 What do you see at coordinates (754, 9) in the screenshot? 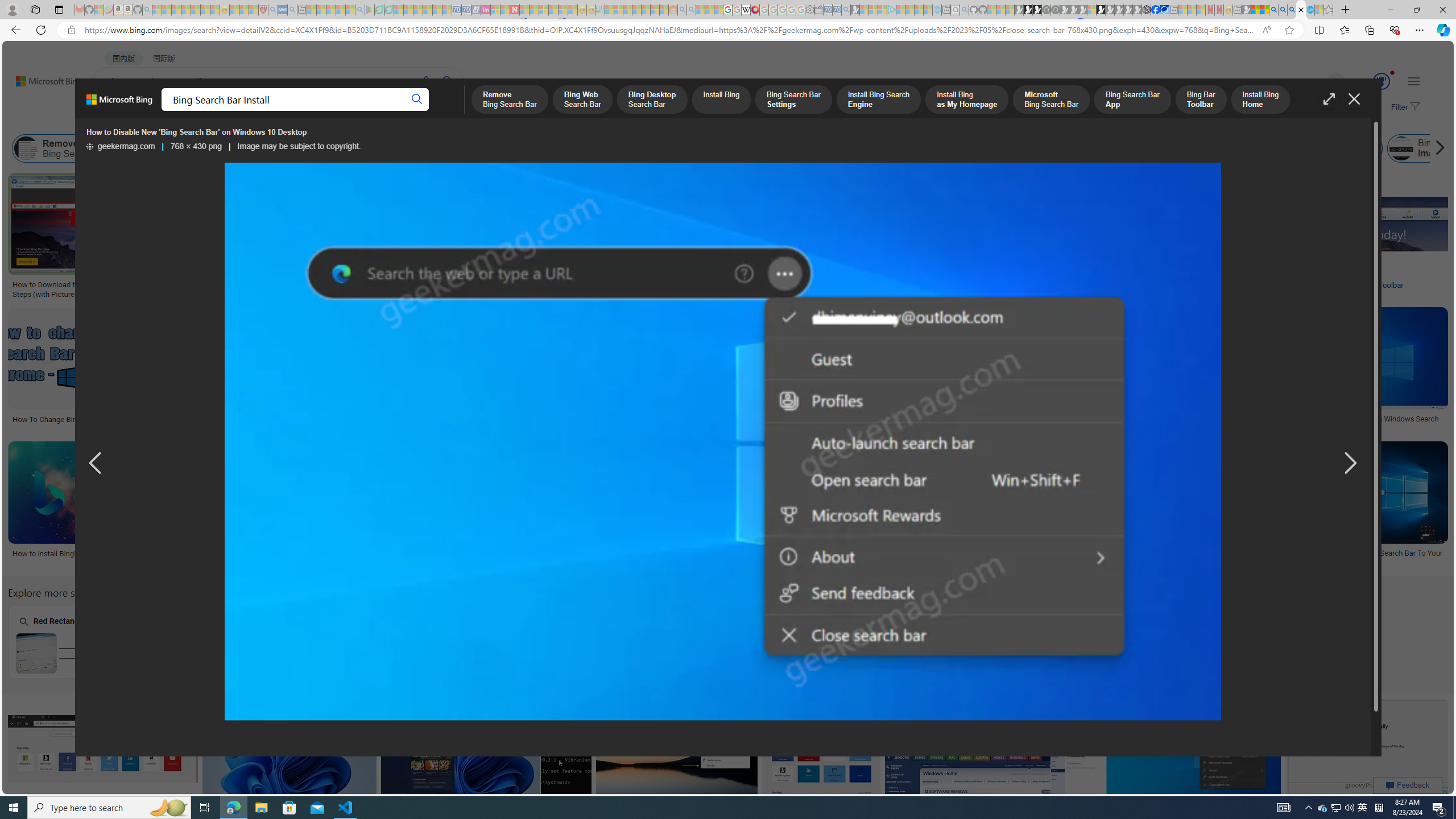
I see `'MediaWiki'` at bounding box center [754, 9].